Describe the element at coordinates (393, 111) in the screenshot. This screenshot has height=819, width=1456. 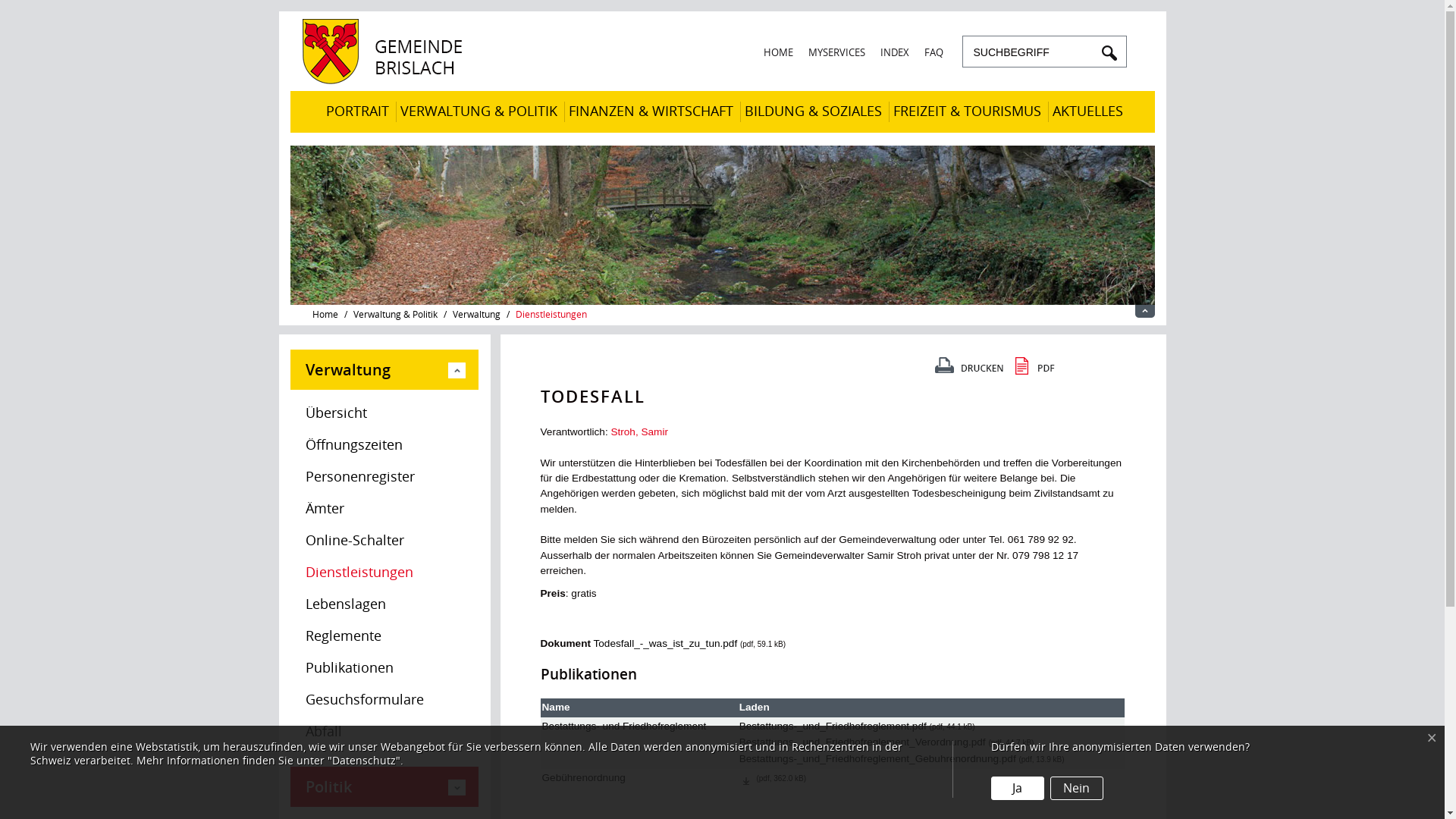
I see `'VERWALTUNG & POLITIK'` at that location.